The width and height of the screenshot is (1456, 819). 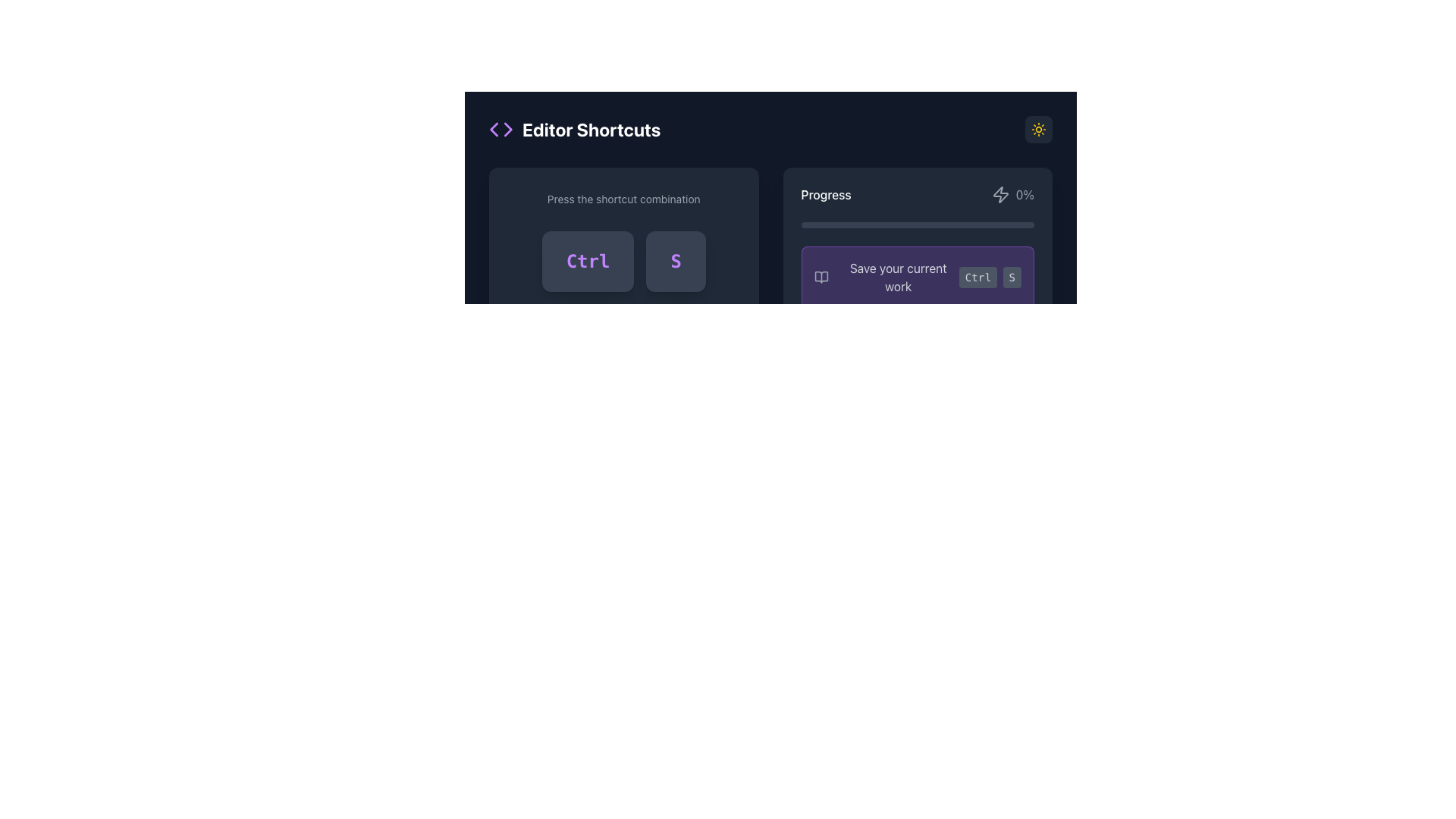 What do you see at coordinates (623, 198) in the screenshot?
I see `text of the instructional heading labeled 'Press the shortcut combination', which is styled with a small font size and grayish color, located above the 'Ctrl' and 'S' buttons` at bounding box center [623, 198].